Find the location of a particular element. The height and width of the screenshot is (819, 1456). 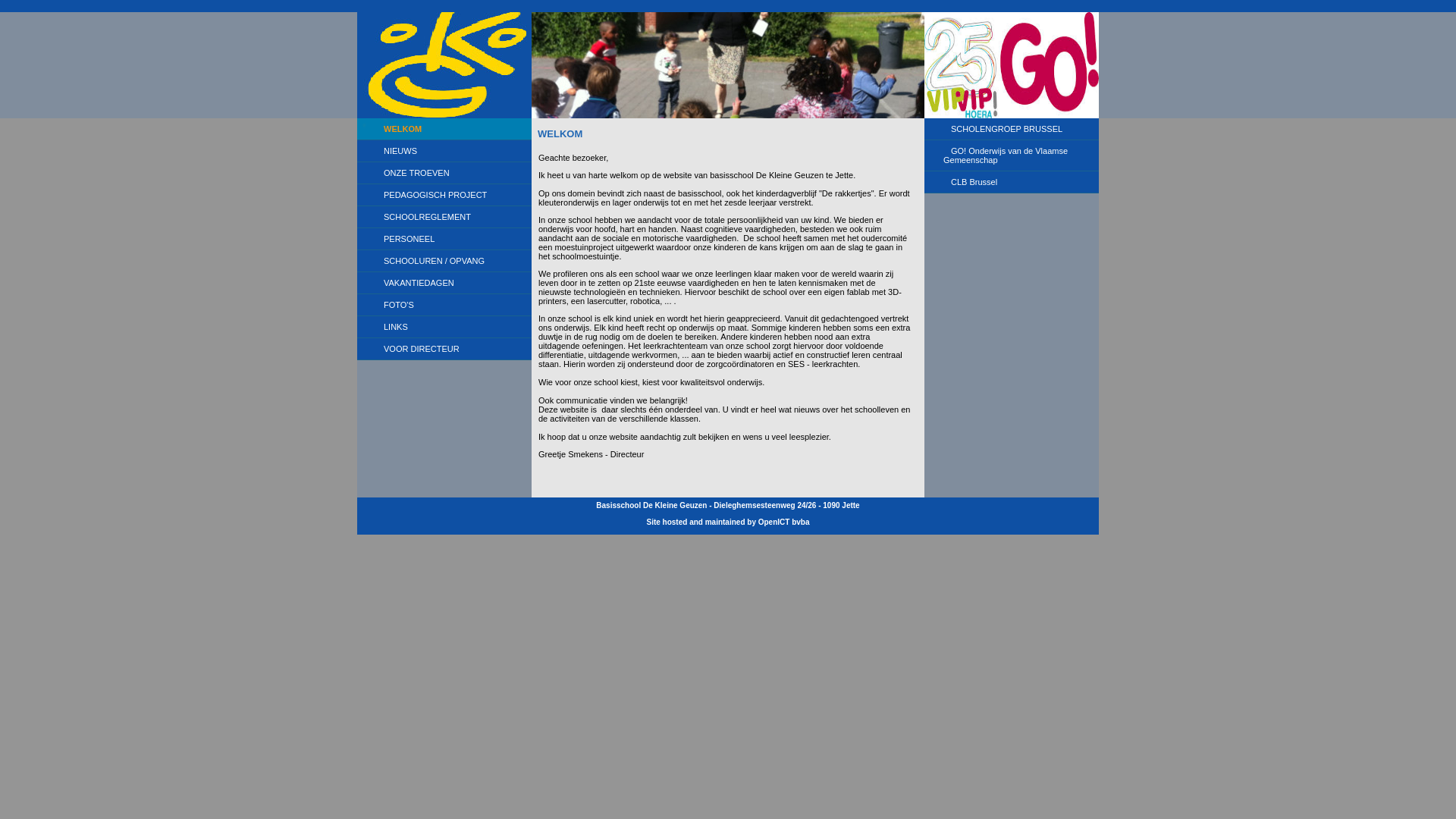

'GO! Onderwijs van de Vlaamse Gemeenschap' is located at coordinates (924, 155).